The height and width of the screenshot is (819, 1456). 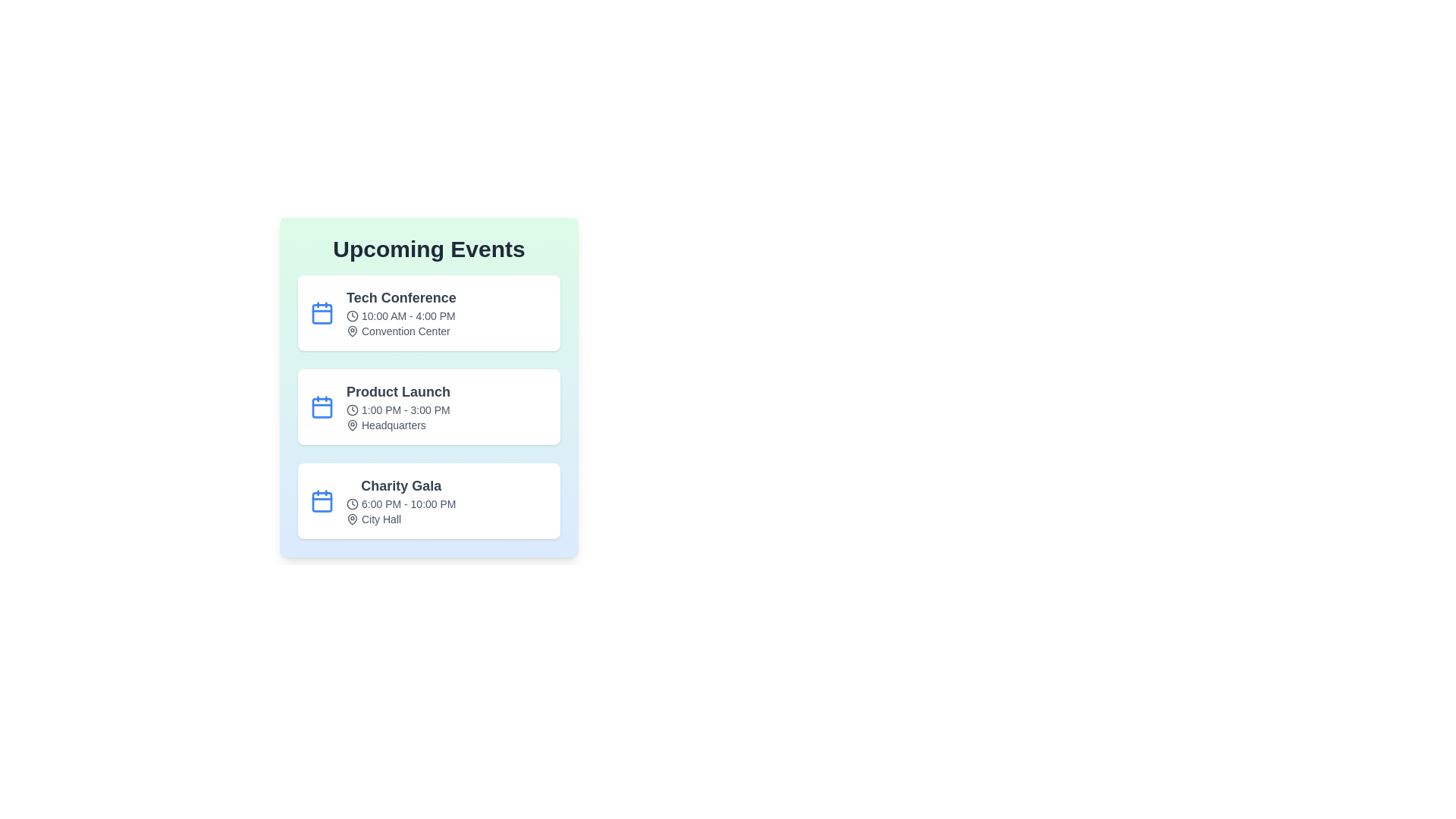 I want to click on the event icon for Charity Gala, so click(x=322, y=500).